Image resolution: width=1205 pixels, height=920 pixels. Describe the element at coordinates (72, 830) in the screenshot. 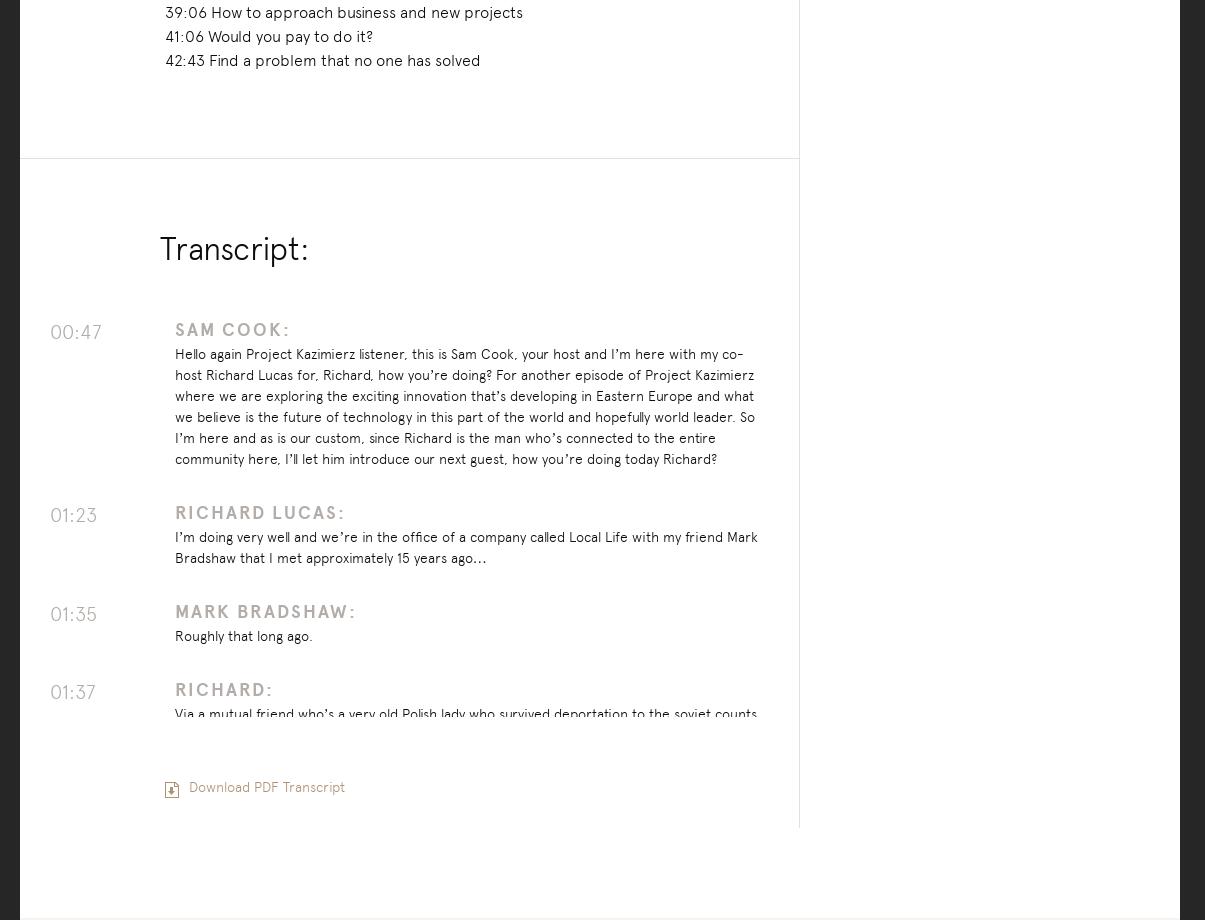

I see `'01:57'` at that location.